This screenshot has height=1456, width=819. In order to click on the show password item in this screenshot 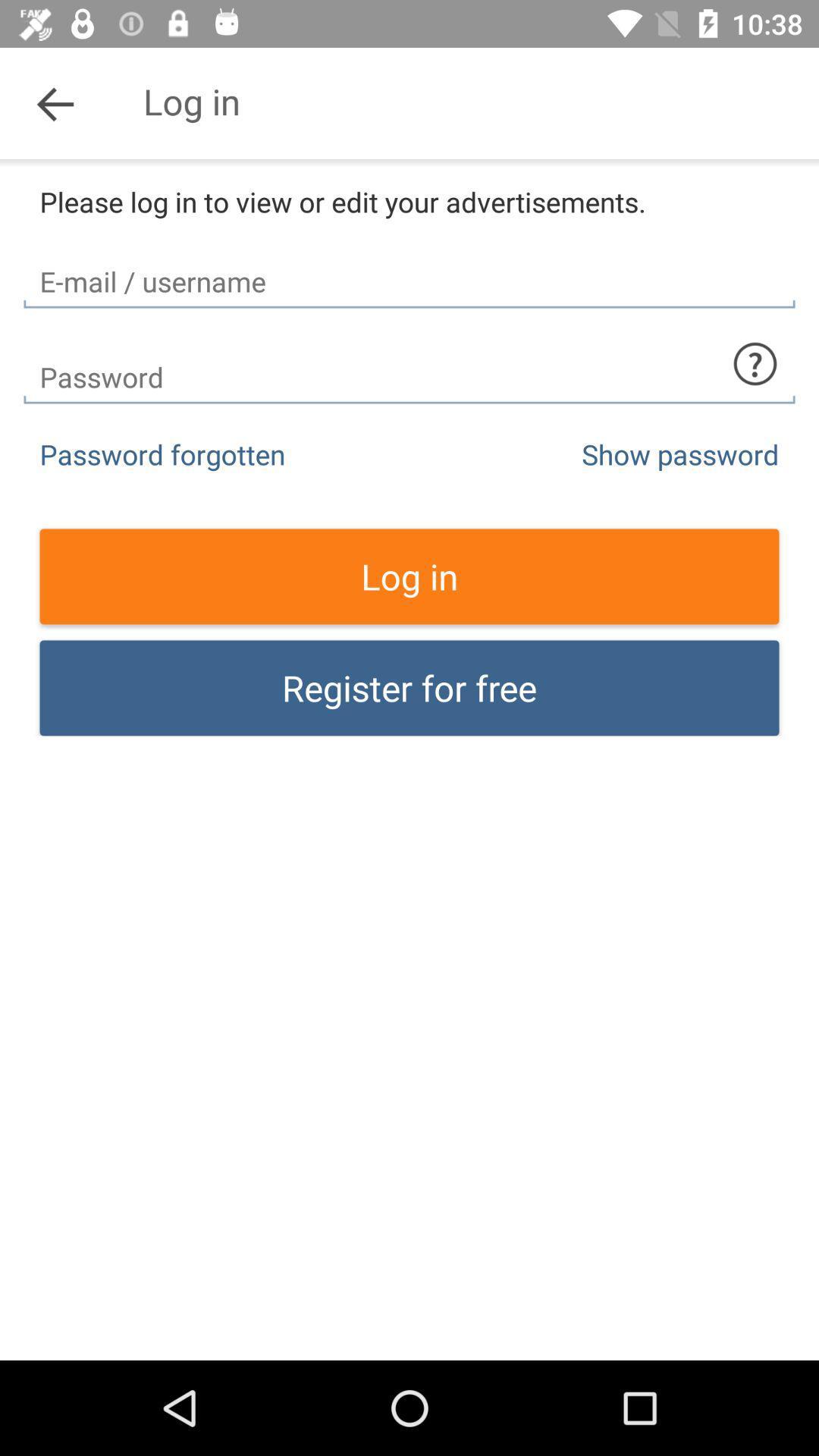, I will do `click(679, 453)`.